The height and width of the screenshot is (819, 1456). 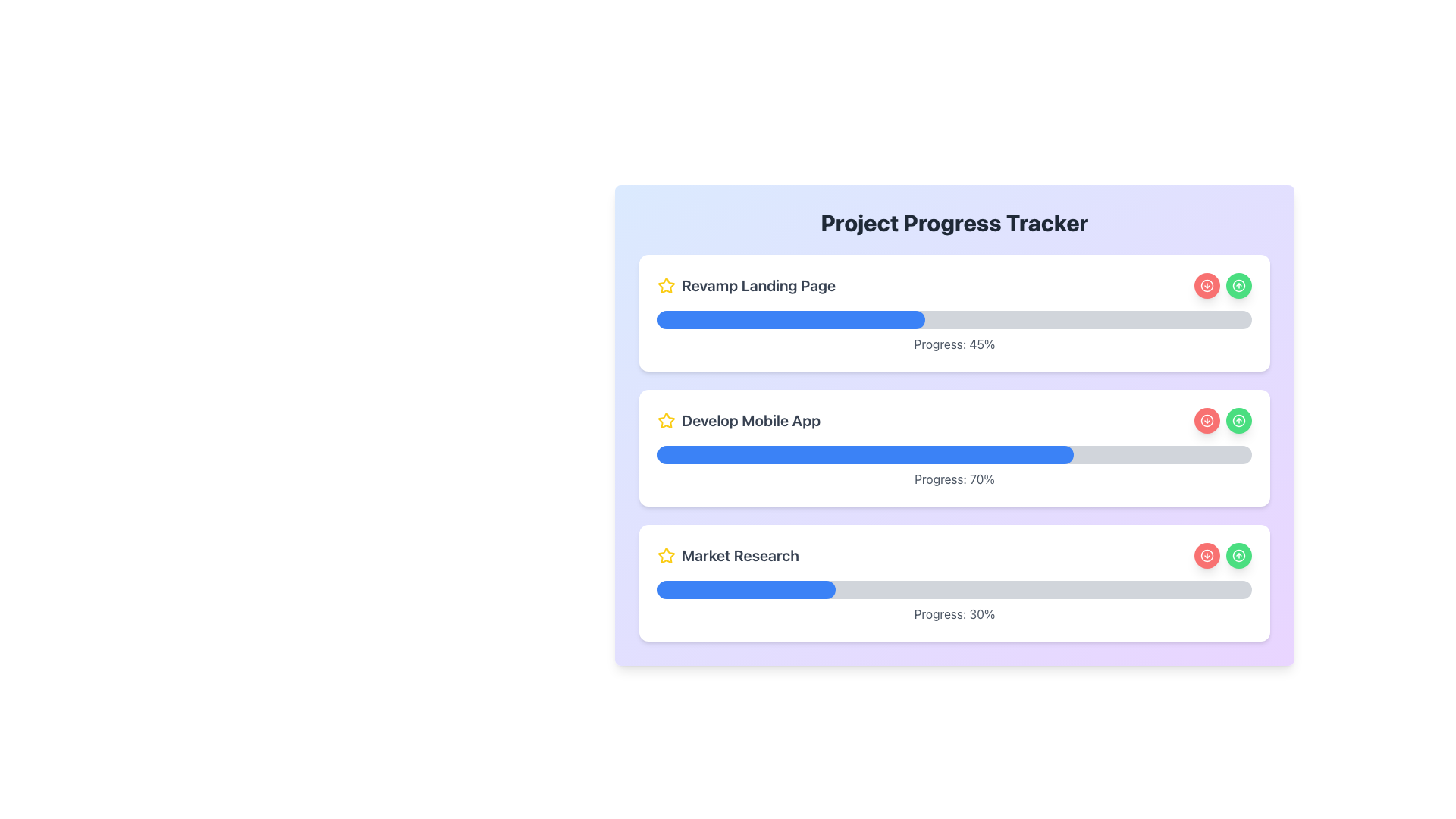 I want to click on the composite element consisting of two buttons for the 'Develop Mobile App' task in the 'Project Progress Tracker' interface, so click(x=1222, y=421).